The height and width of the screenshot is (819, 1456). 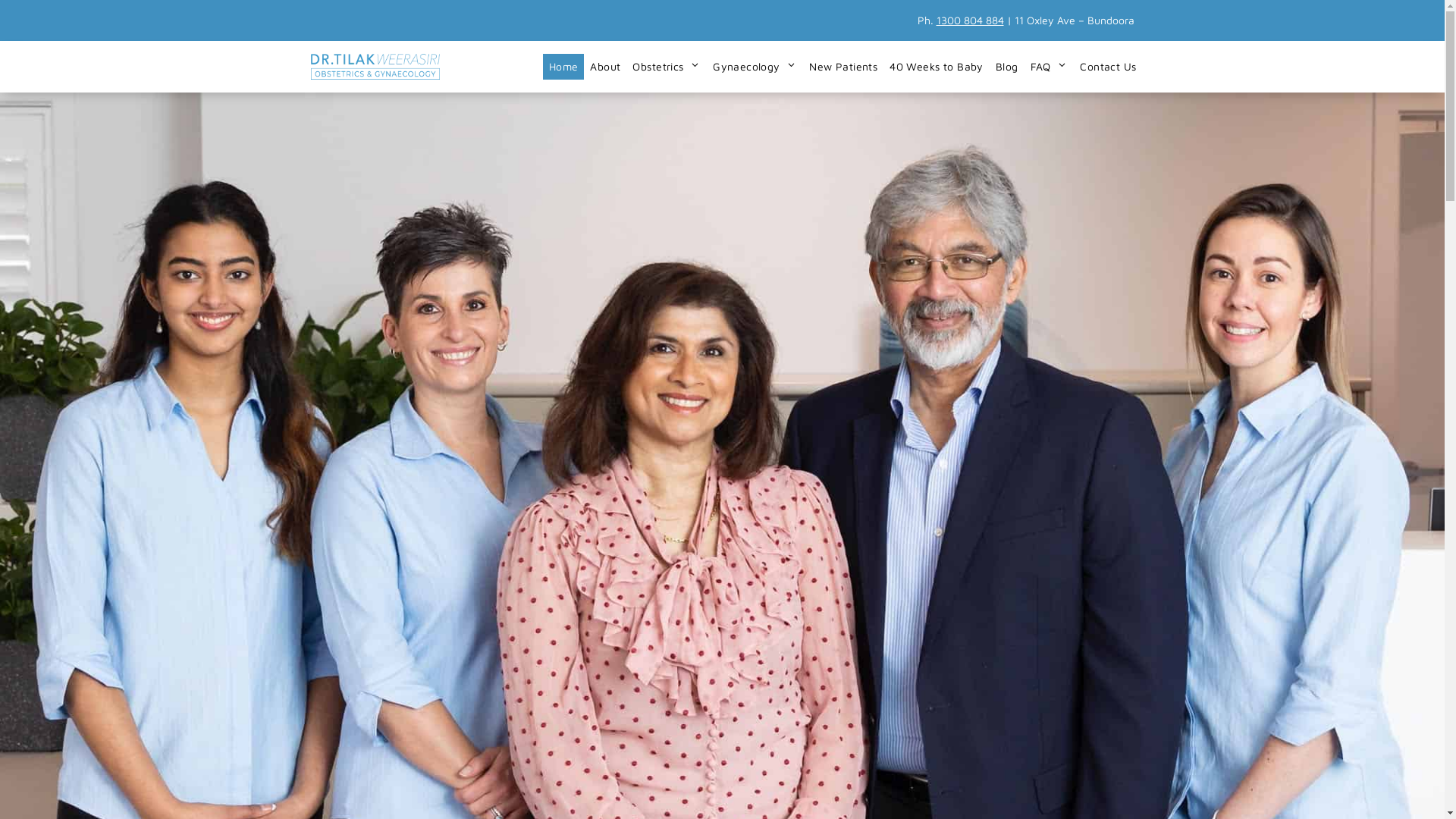 I want to click on '1300 804 884', so click(x=968, y=20).